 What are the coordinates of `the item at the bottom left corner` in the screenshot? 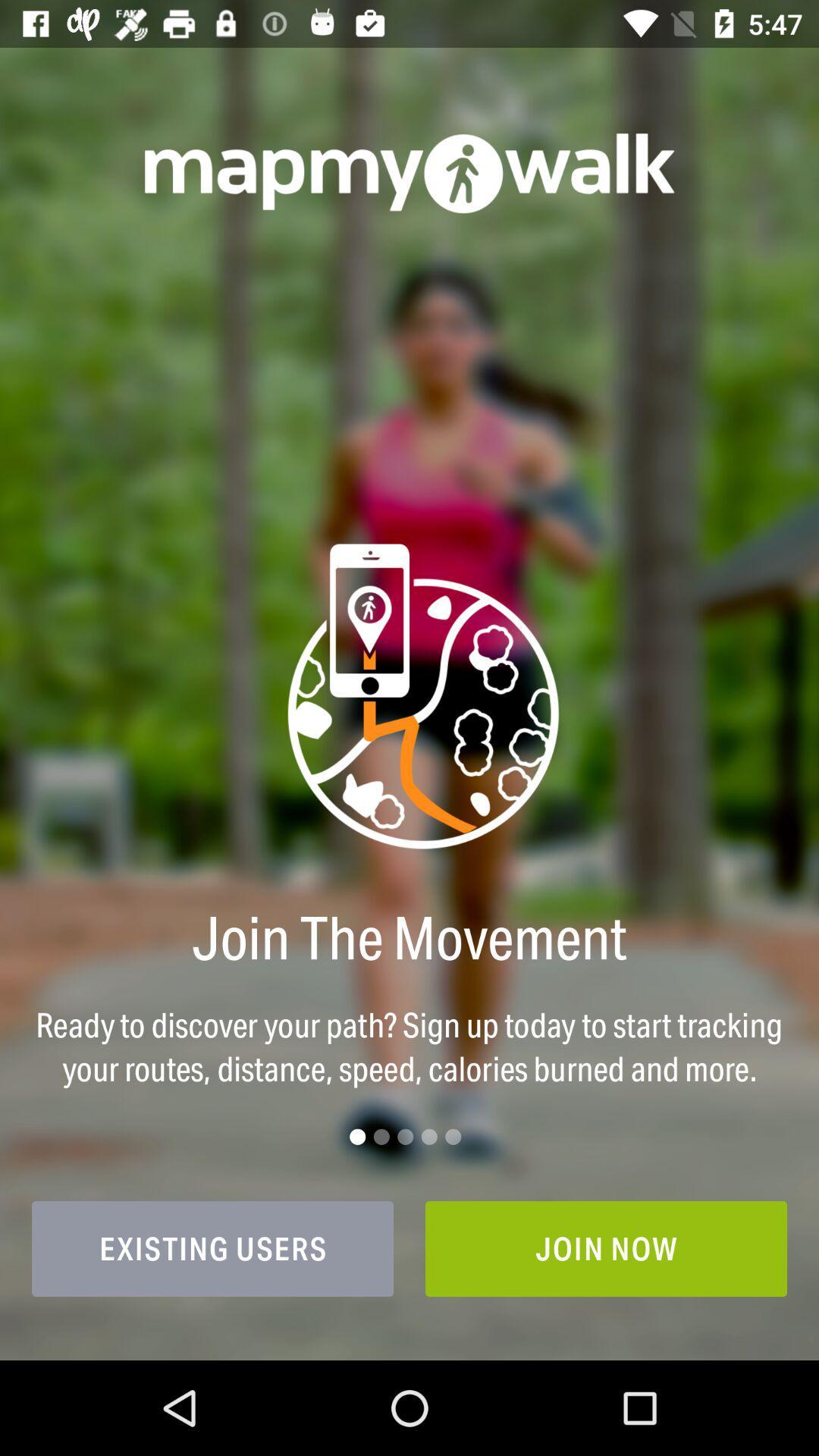 It's located at (212, 1248).